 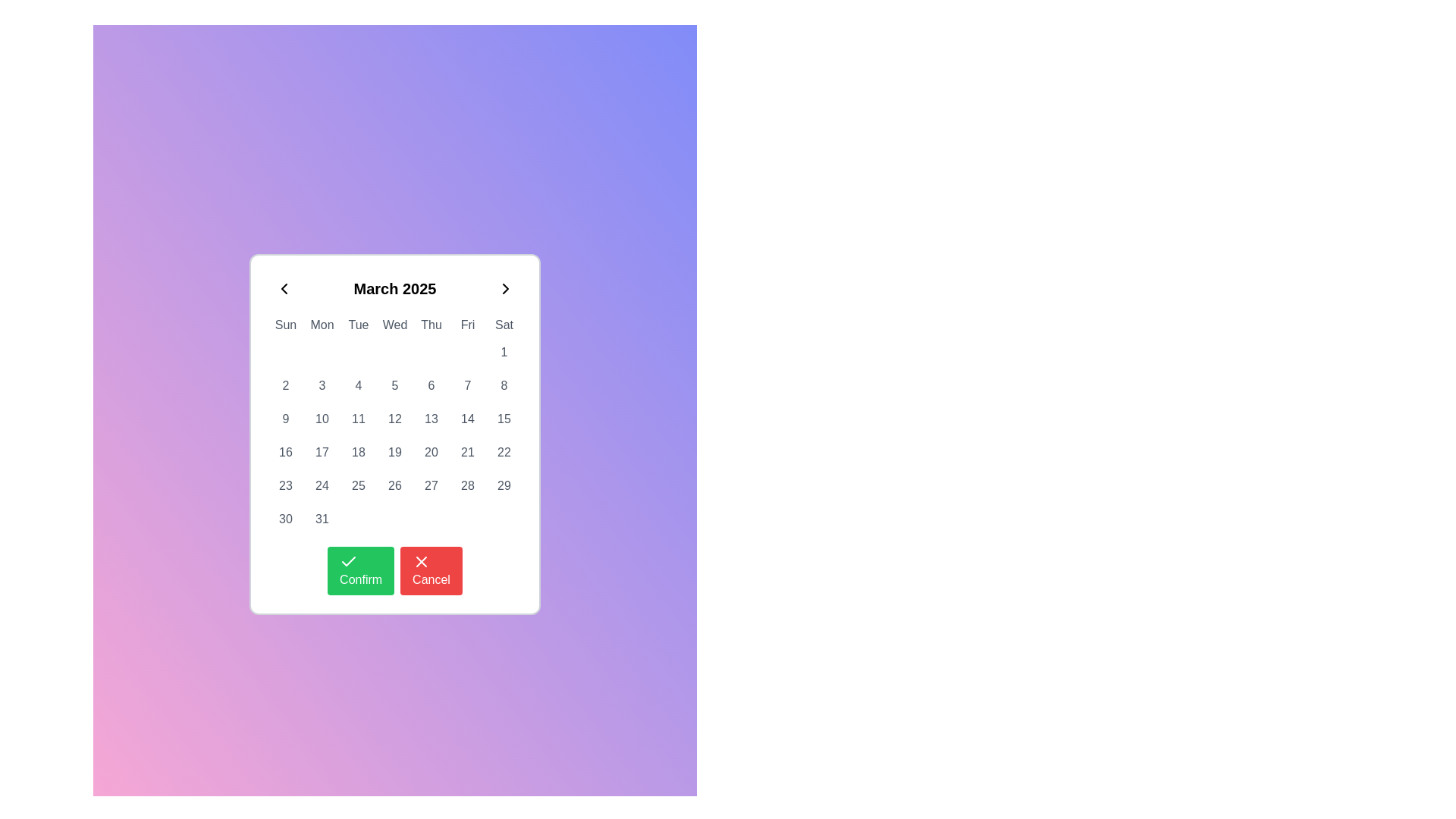 What do you see at coordinates (431, 353) in the screenshot?
I see `the calendar indicator located in the first week row under the 'Thu' day column, positioned centrally within its cell` at bounding box center [431, 353].